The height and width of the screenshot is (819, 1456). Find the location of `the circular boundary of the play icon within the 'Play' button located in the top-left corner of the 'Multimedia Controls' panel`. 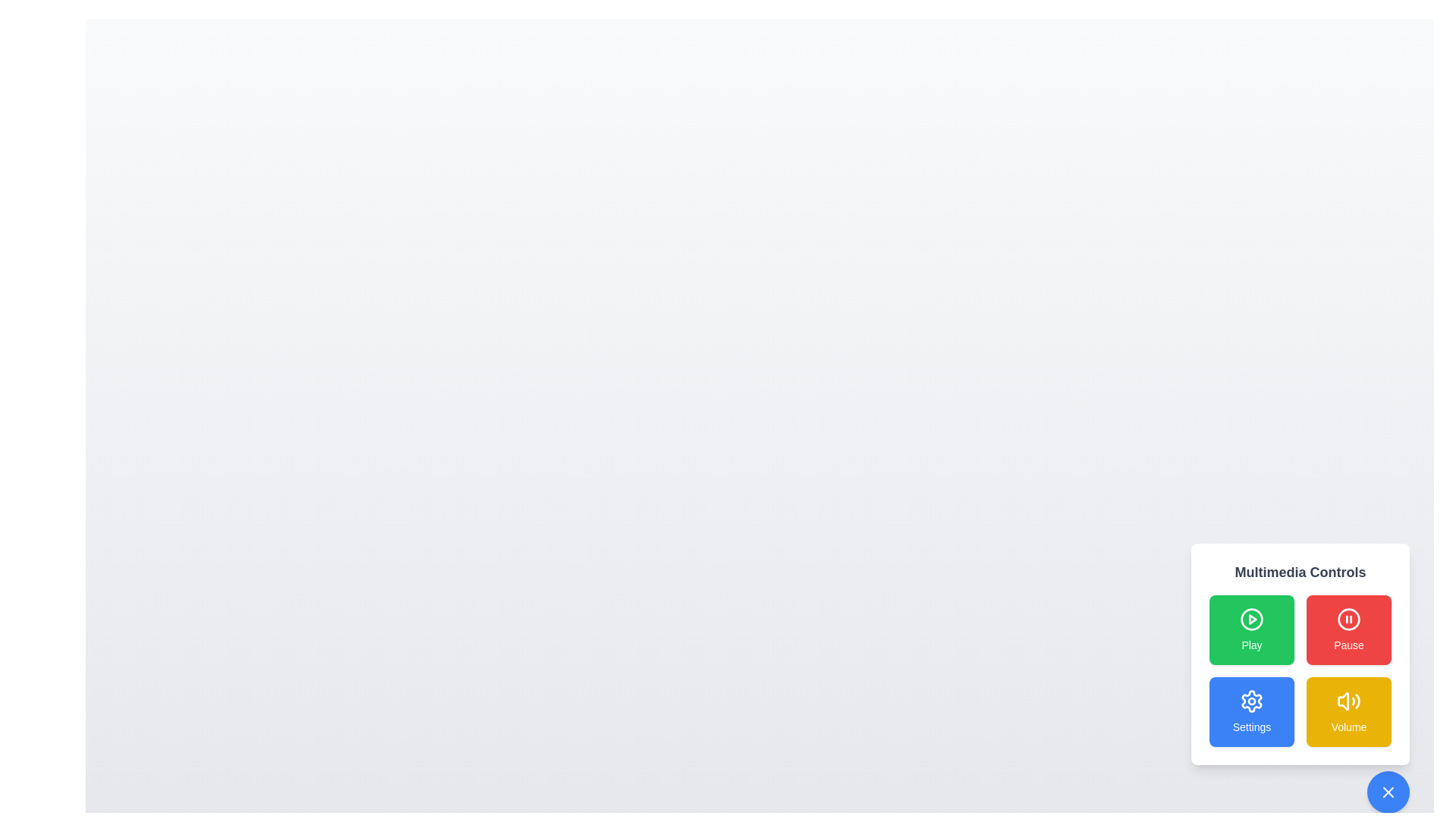

the circular boundary of the play icon within the 'Play' button located in the top-left corner of the 'Multimedia Controls' panel is located at coordinates (1252, 620).